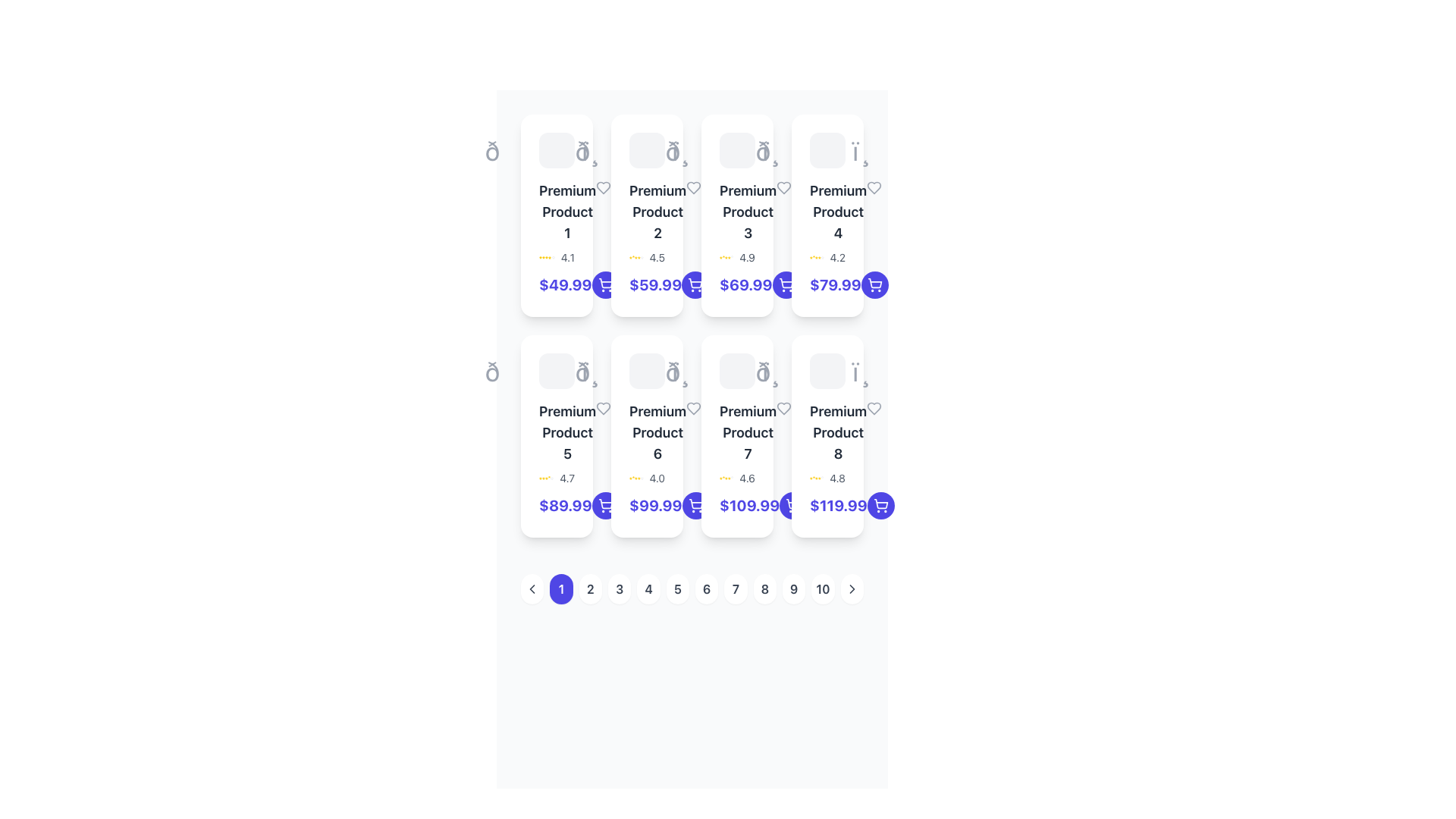  Describe the element at coordinates (566, 432) in the screenshot. I see `the text label that reads 'Premium Product 5', which is positioned at the second row, first column of a grid layout` at that location.